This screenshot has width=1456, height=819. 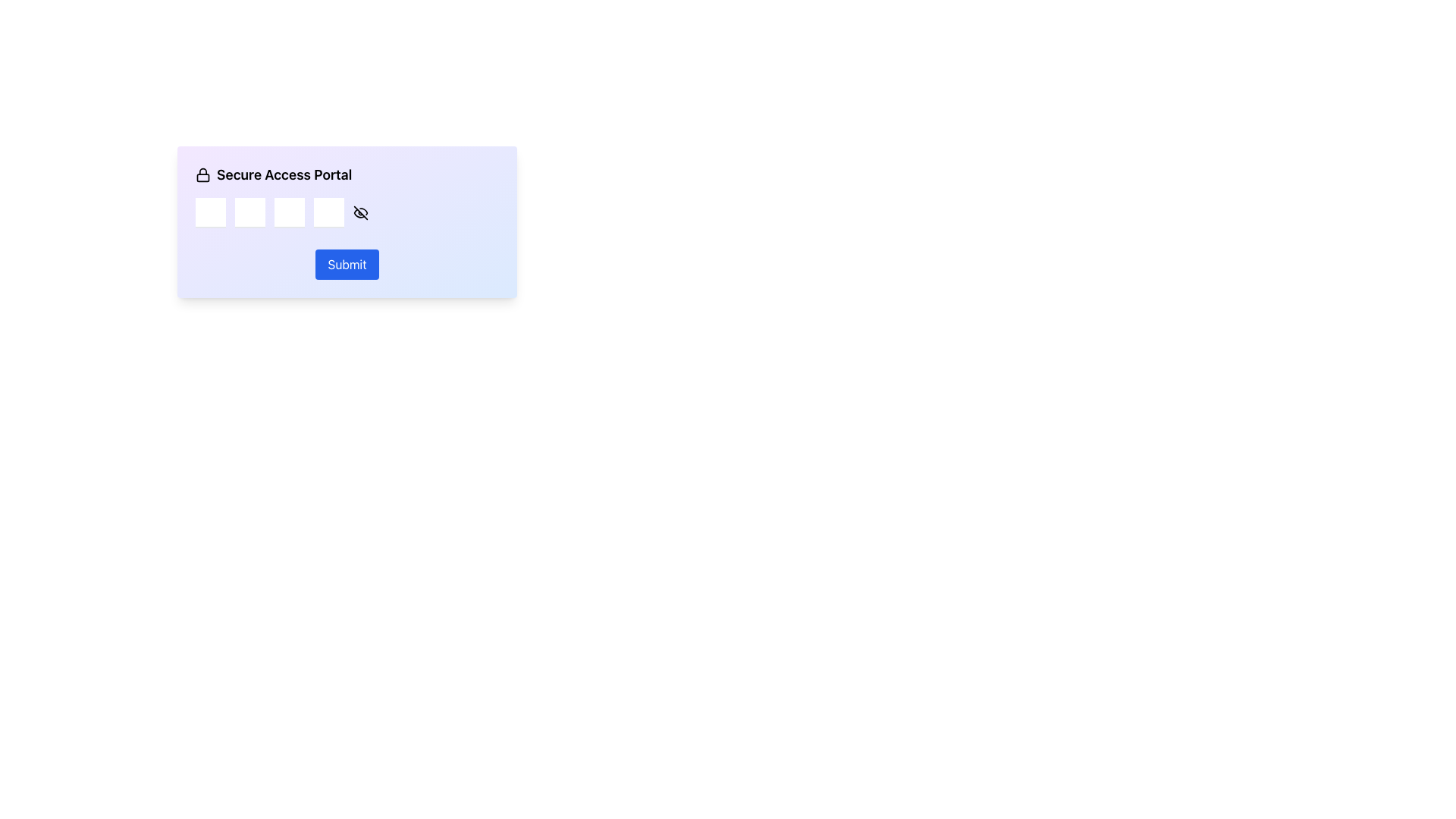 I want to click on the eye-slash icon located to the right of the text input fields in the Secure Access Portal form, so click(x=346, y=222).